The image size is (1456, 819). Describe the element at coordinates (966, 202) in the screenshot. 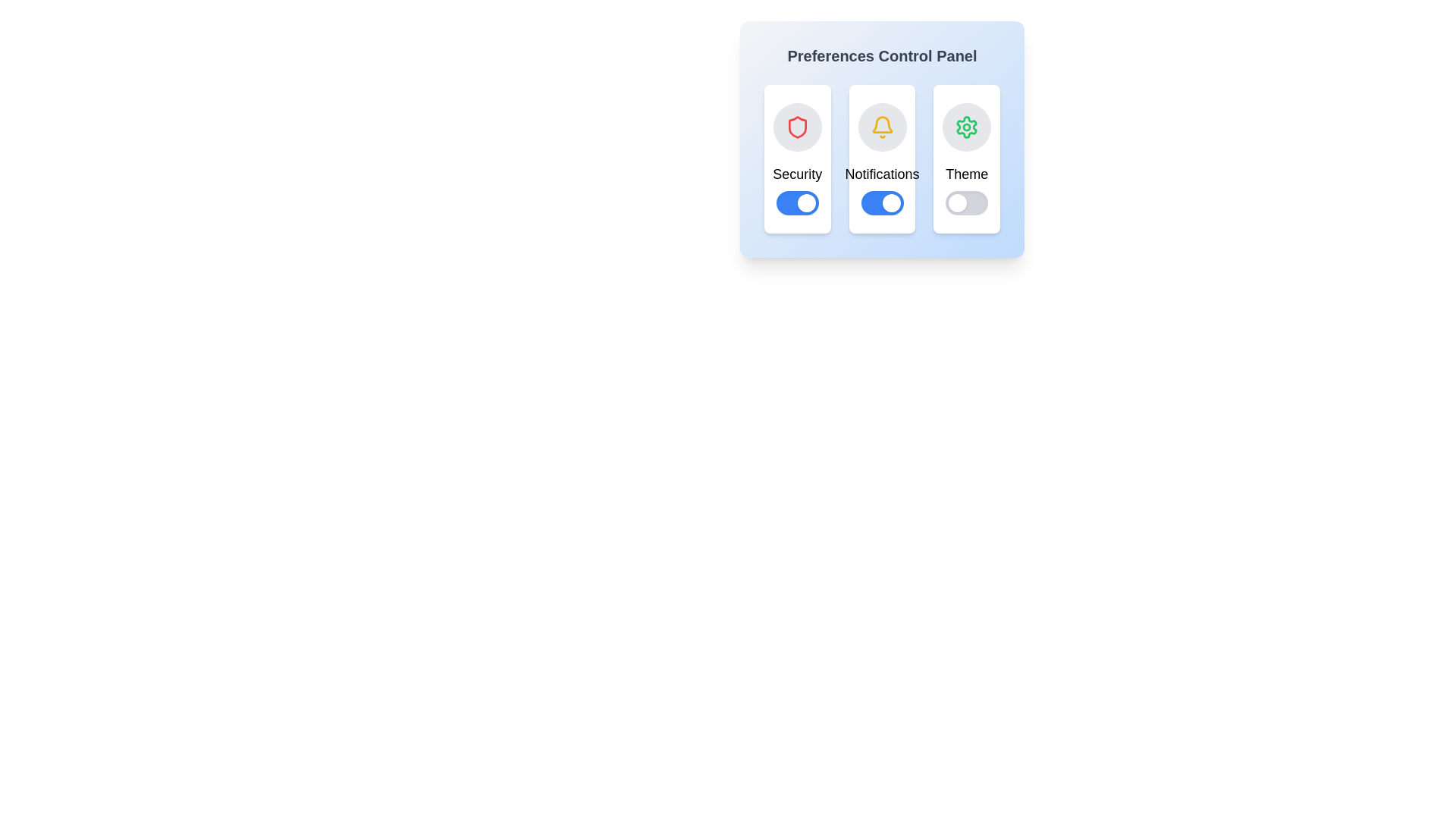

I see `the Theme switch to toggle its state` at that location.